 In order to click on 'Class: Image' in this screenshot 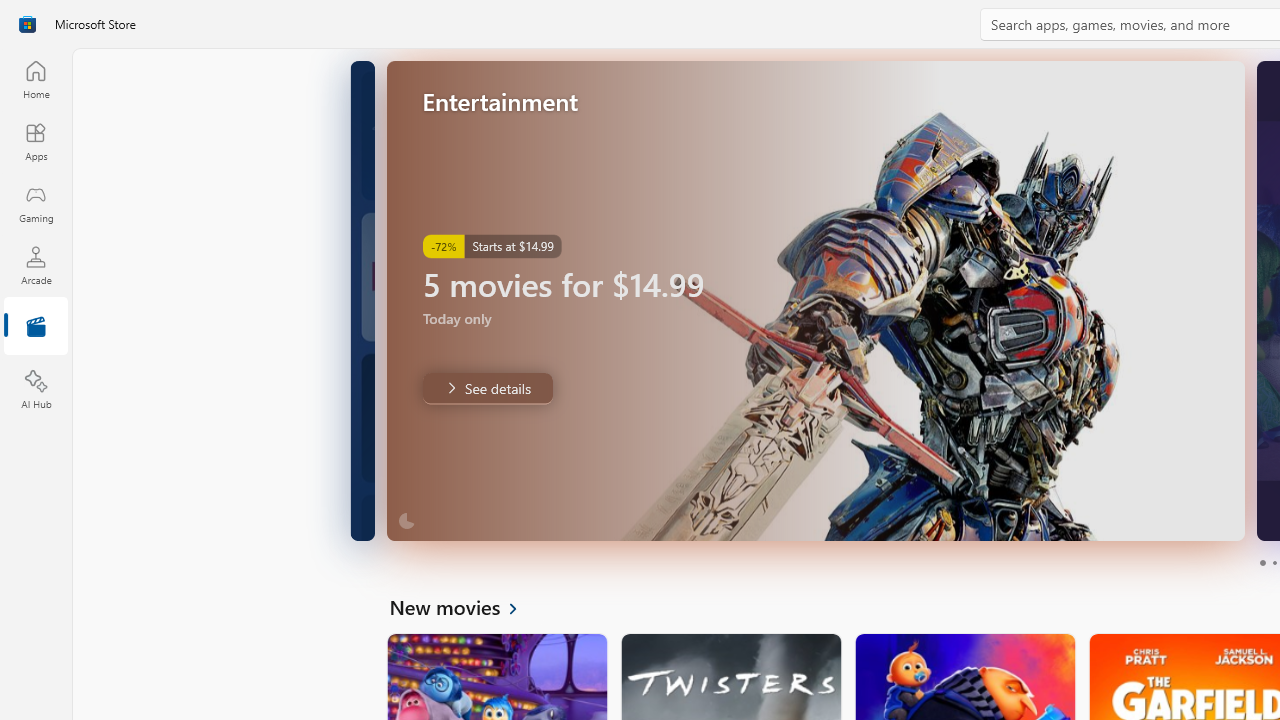, I will do `click(27, 24)`.